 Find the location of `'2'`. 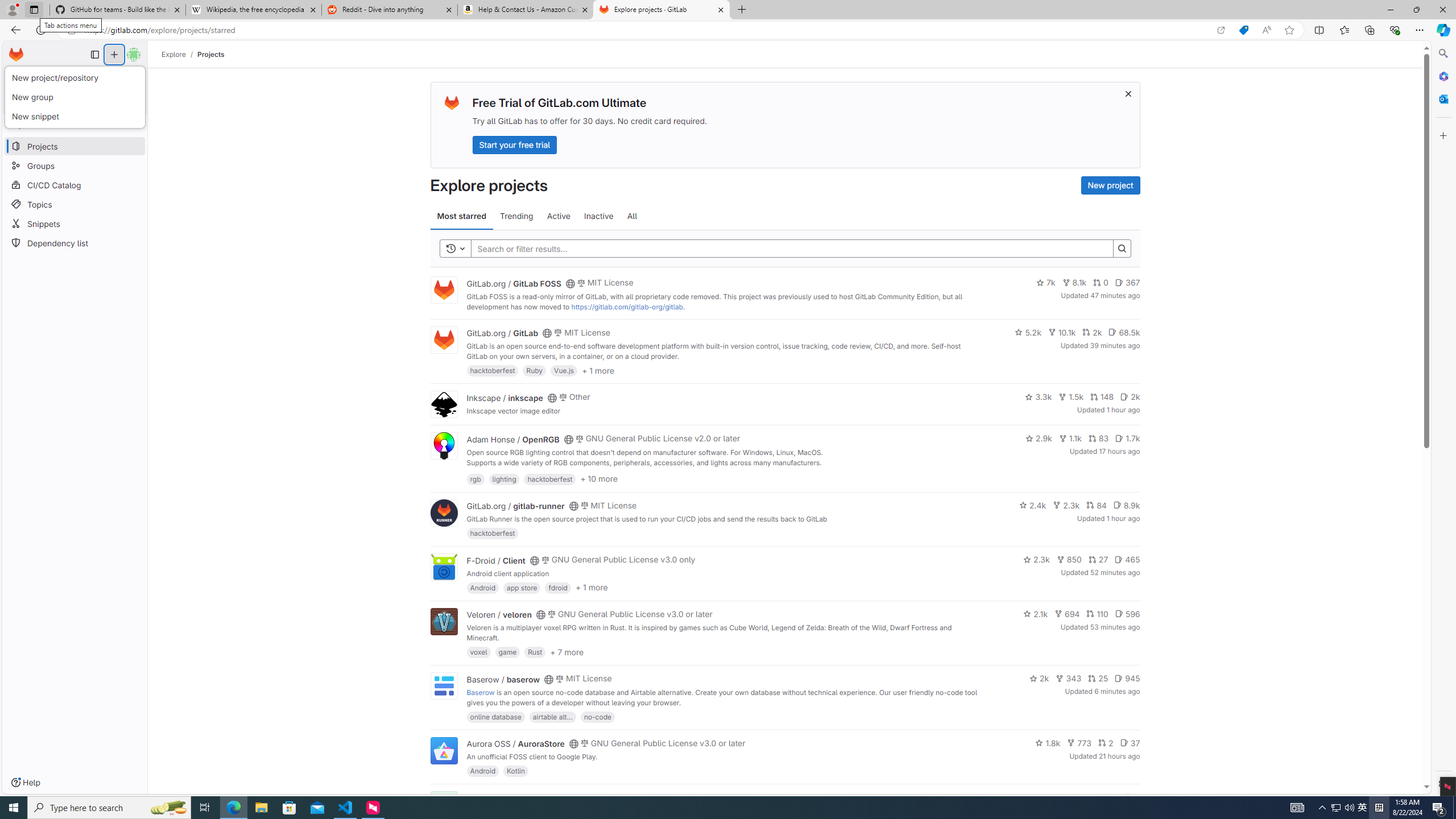

'2' is located at coordinates (1106, 742).